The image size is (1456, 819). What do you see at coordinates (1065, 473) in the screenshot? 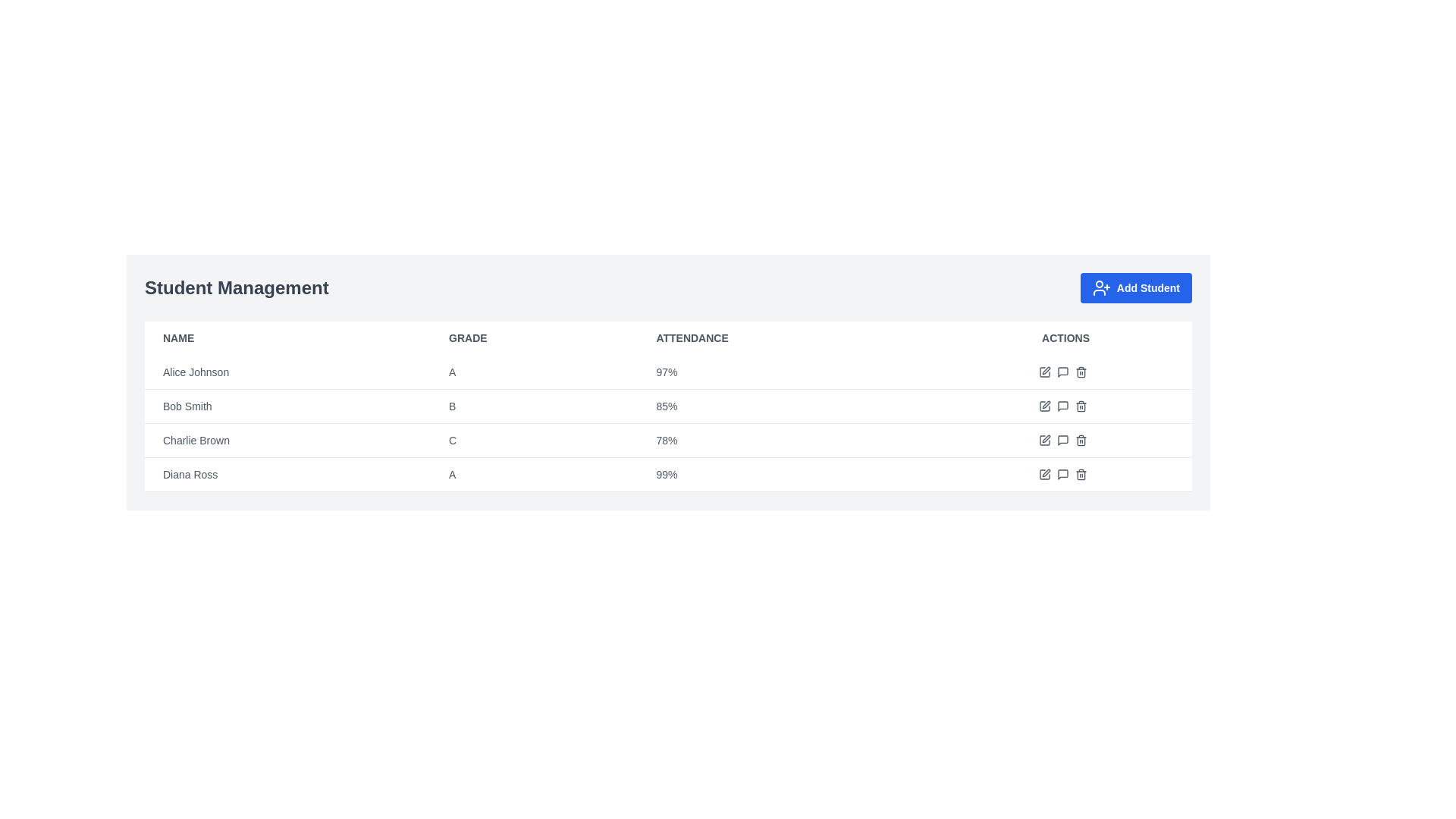
I see `the 'edit' icon in the action buttons group located in the Actions column of the row for 'Diana Ross' to modify the row data` at bounding box center [1065, 473].